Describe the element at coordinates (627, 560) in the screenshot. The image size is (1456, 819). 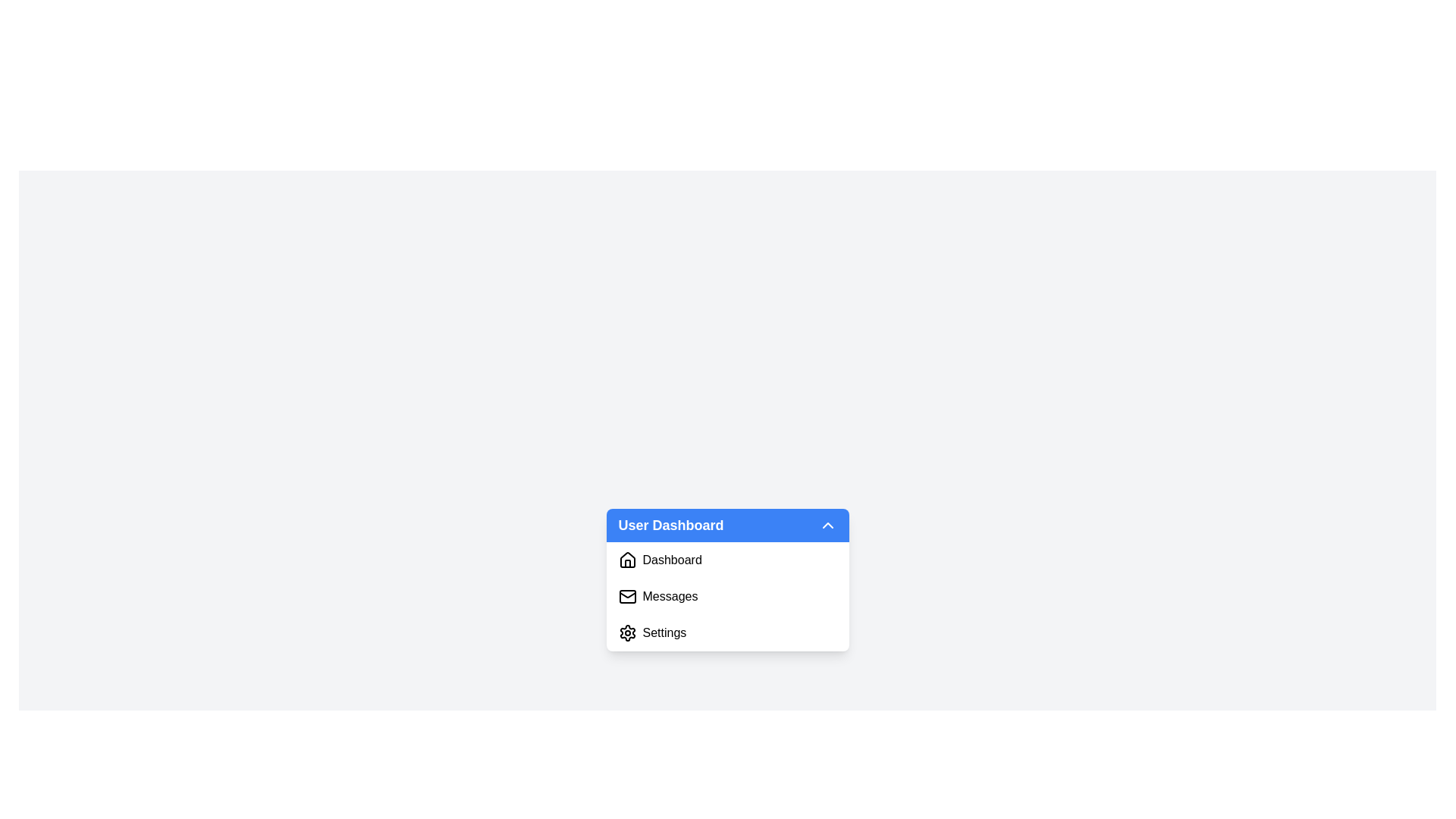
I see `the house icon representing the 'Dashboard' section within the dropdown menu titled 'User Dashboard'` at that location.